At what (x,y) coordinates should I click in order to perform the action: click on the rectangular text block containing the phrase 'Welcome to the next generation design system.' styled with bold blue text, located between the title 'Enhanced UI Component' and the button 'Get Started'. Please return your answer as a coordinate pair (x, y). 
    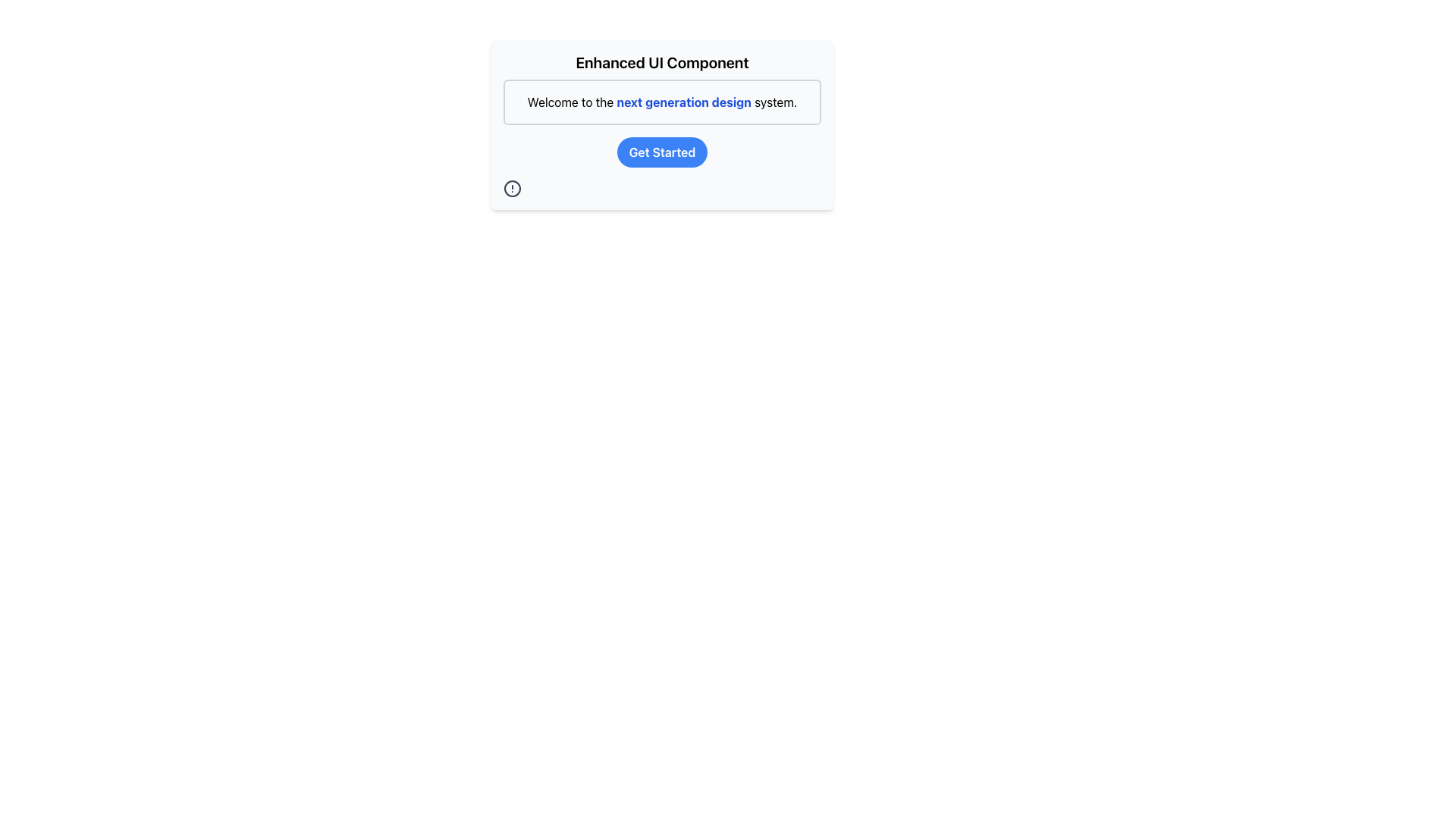
    Looking at the image, I should click on (662, 102).